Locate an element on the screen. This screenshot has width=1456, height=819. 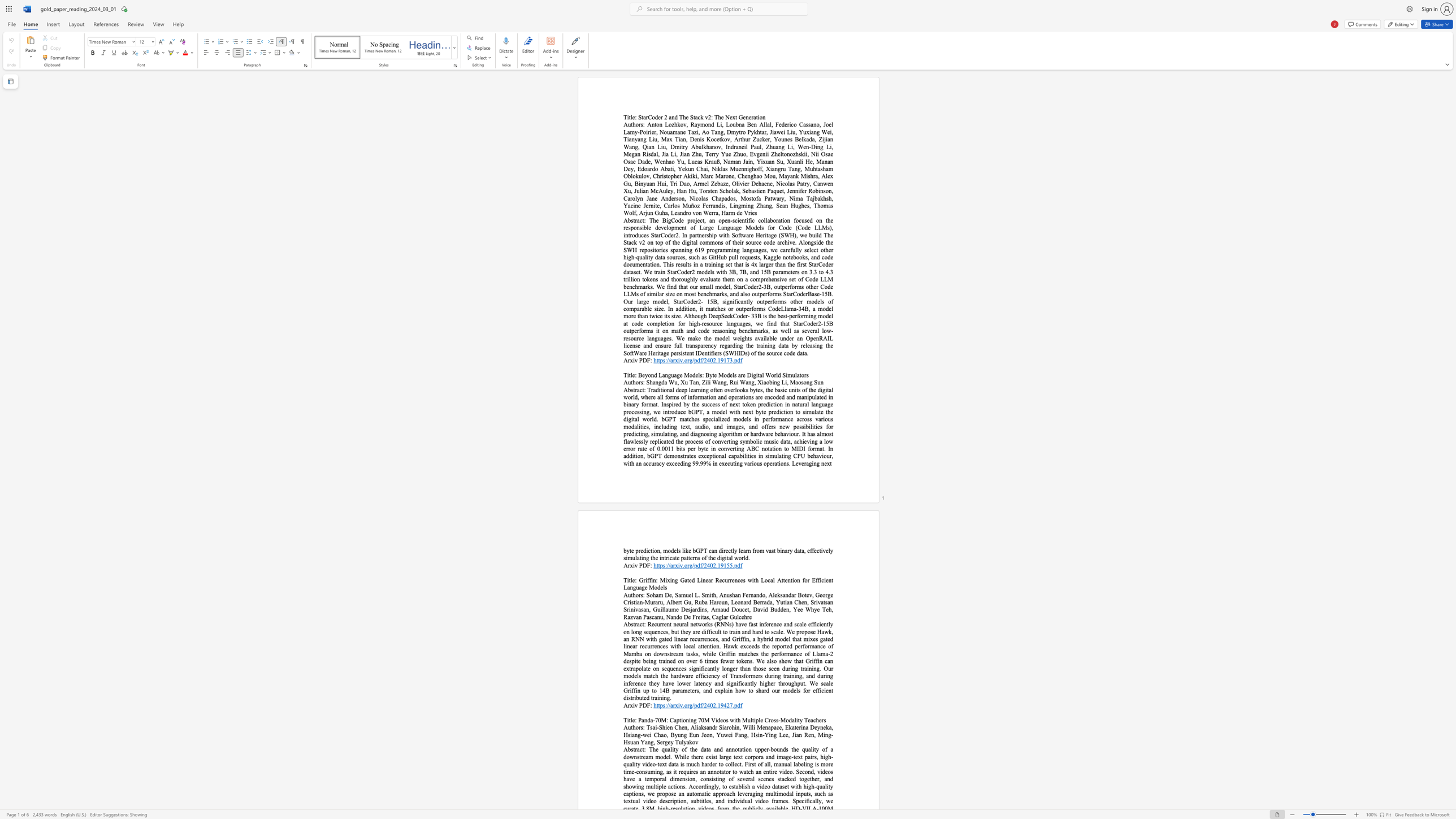
the subset text "s://arxiv.org/" within the text "https://arxiv.org/pdf/2402.19173.pdf" is located at coordinates (662, 359).